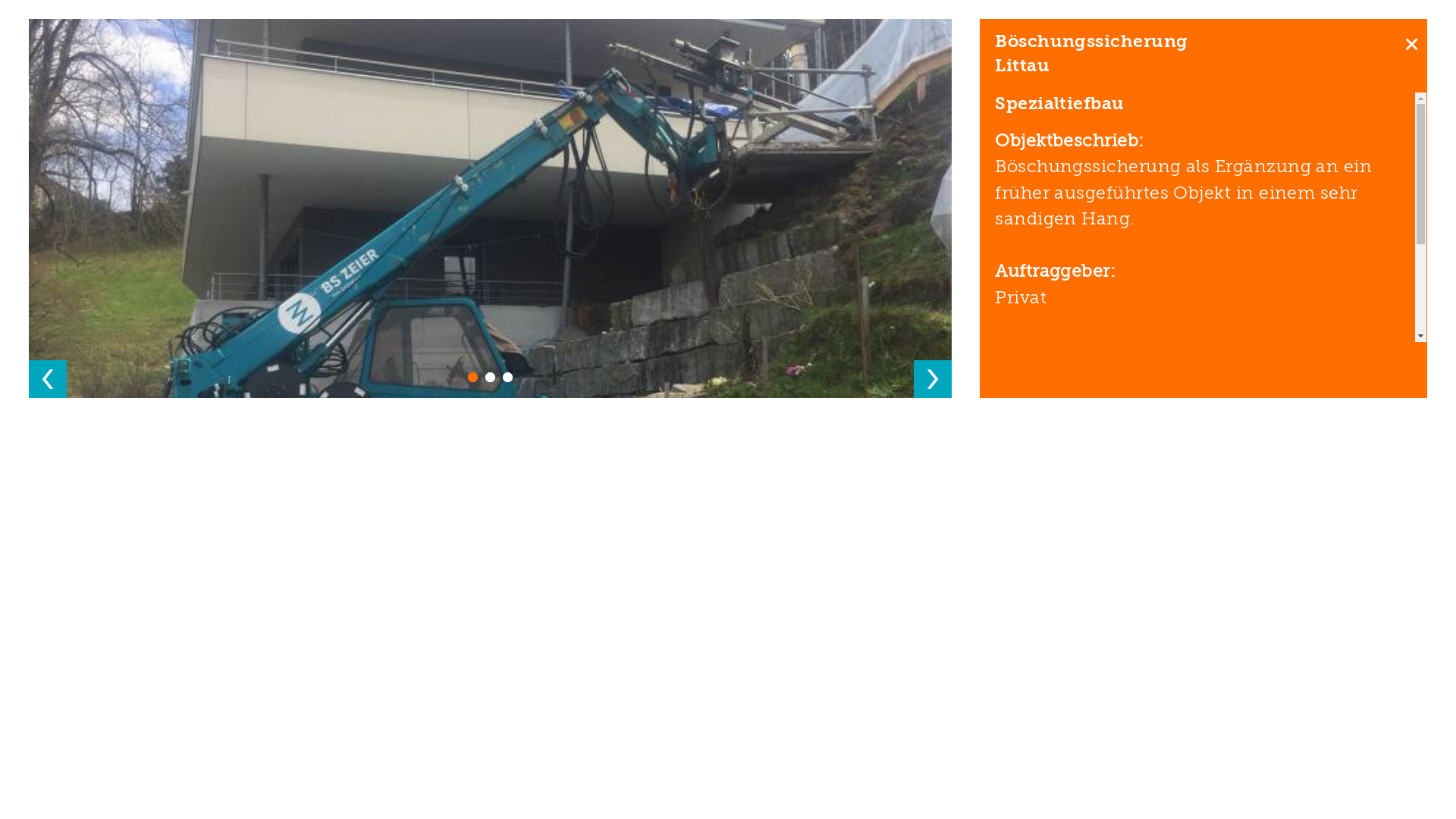 The image size is (1456, 819). What do you see at coordinates (502, 375) in the screenshot?
I see `'3'` at bounding box center [502, 375].